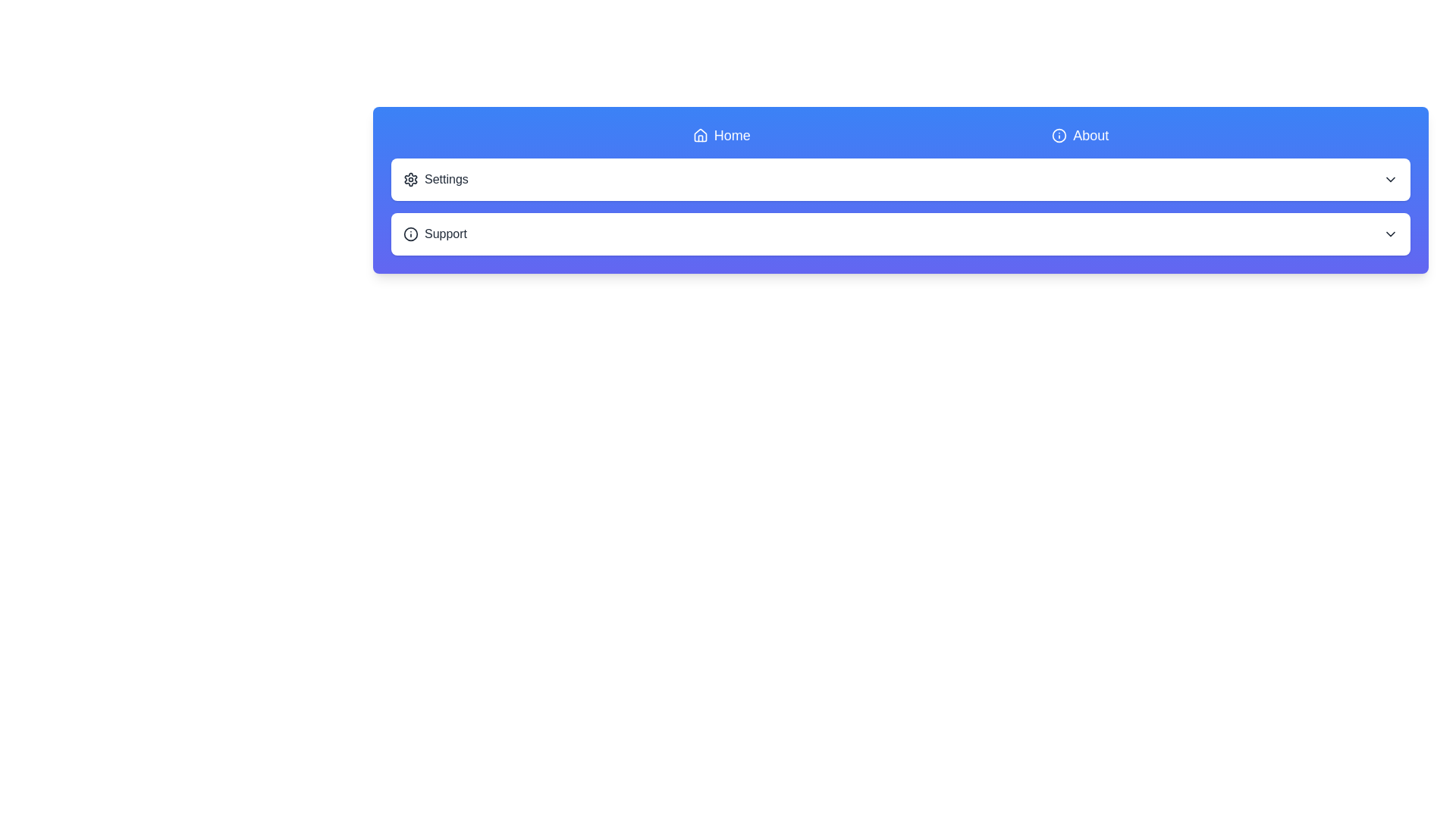 The image size is (1456, 819). I want to click on the settings icon located to the left of the 'Settings' text, so click(411, 178).